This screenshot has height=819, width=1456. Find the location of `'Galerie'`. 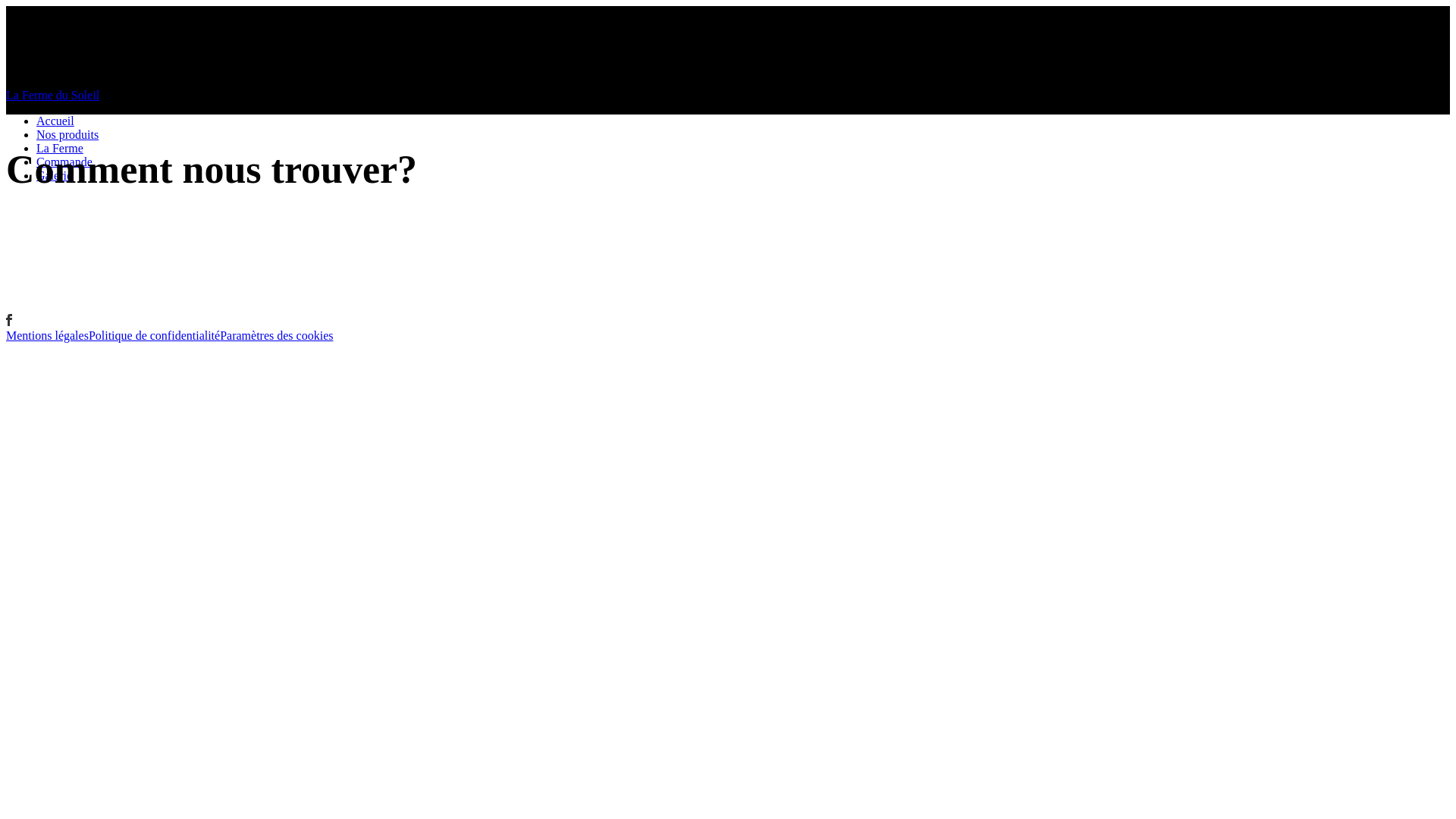

'Galerie' is located at coordinates (54, 174).